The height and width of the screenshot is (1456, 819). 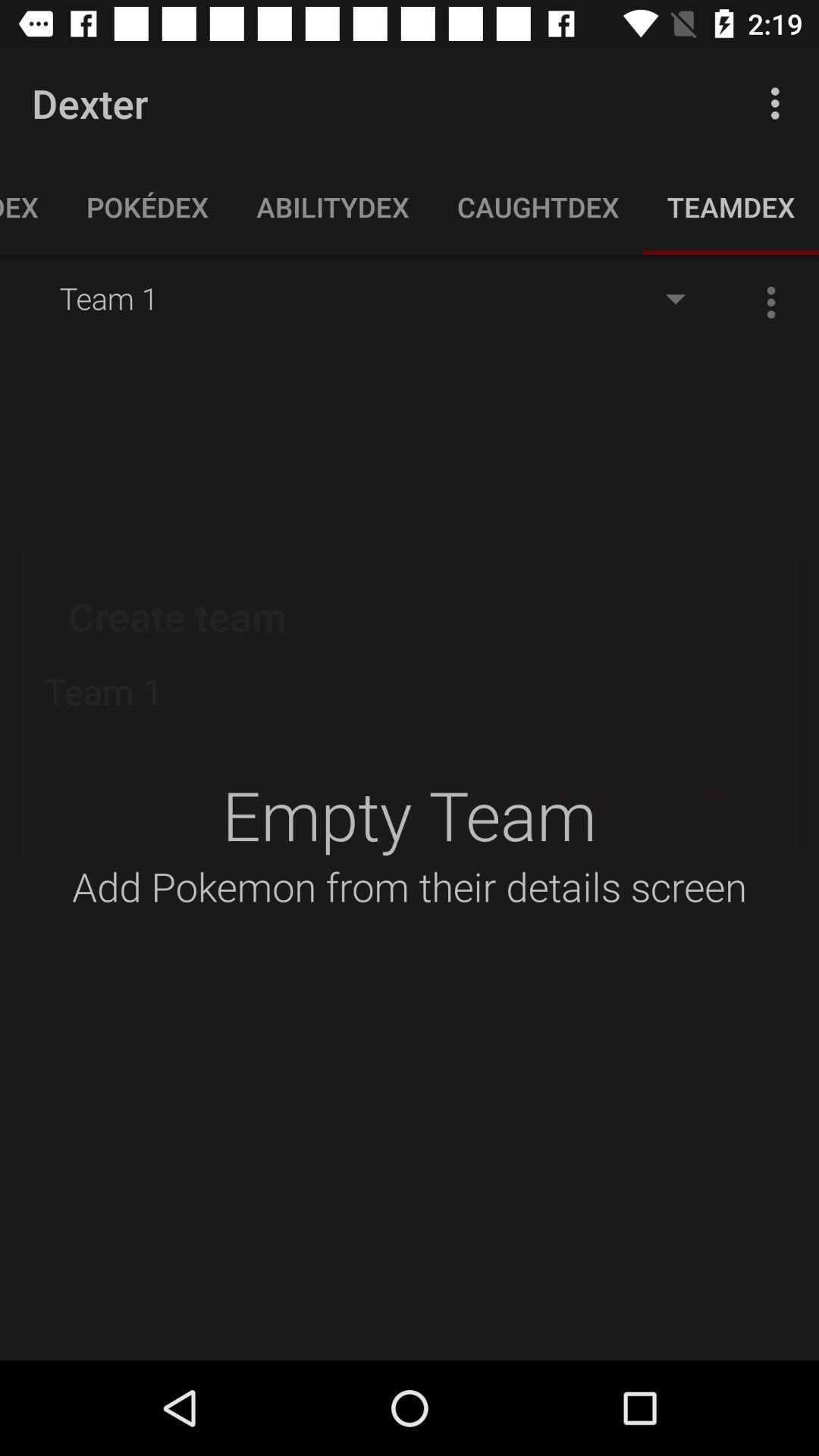 What do you see at coordinates (779, 102) in the screenshot?
I see `the icon above teamdex` at bounding box center [779, 102].